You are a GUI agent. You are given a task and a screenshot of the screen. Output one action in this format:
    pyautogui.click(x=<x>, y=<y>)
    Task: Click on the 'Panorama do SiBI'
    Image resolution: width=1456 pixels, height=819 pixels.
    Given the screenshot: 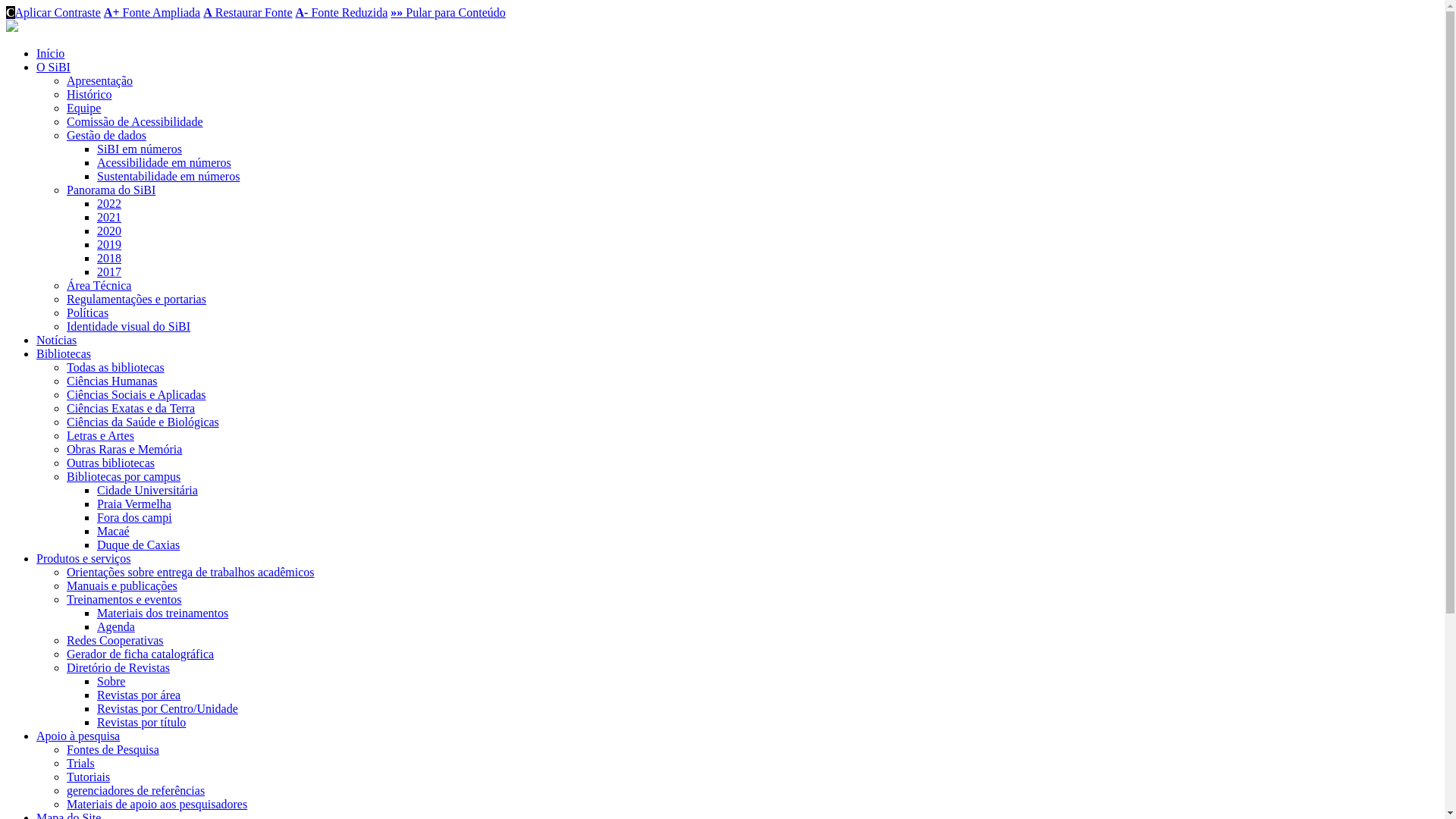 What is the action you would take?
    pyautogui.click(x=110, y=189)
    